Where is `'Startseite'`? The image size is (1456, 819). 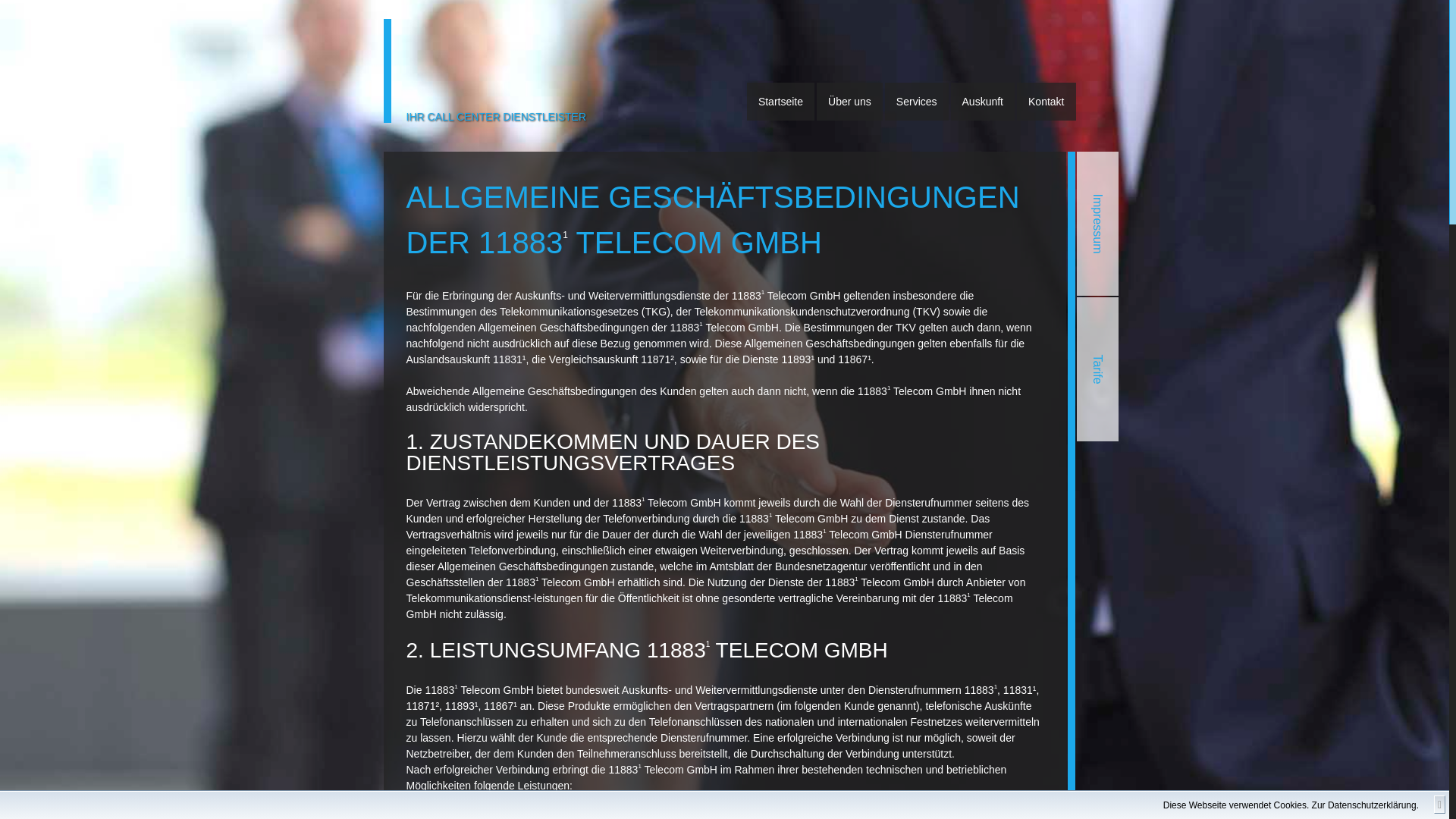 'Startseite' is located at coordinates (780, 102).